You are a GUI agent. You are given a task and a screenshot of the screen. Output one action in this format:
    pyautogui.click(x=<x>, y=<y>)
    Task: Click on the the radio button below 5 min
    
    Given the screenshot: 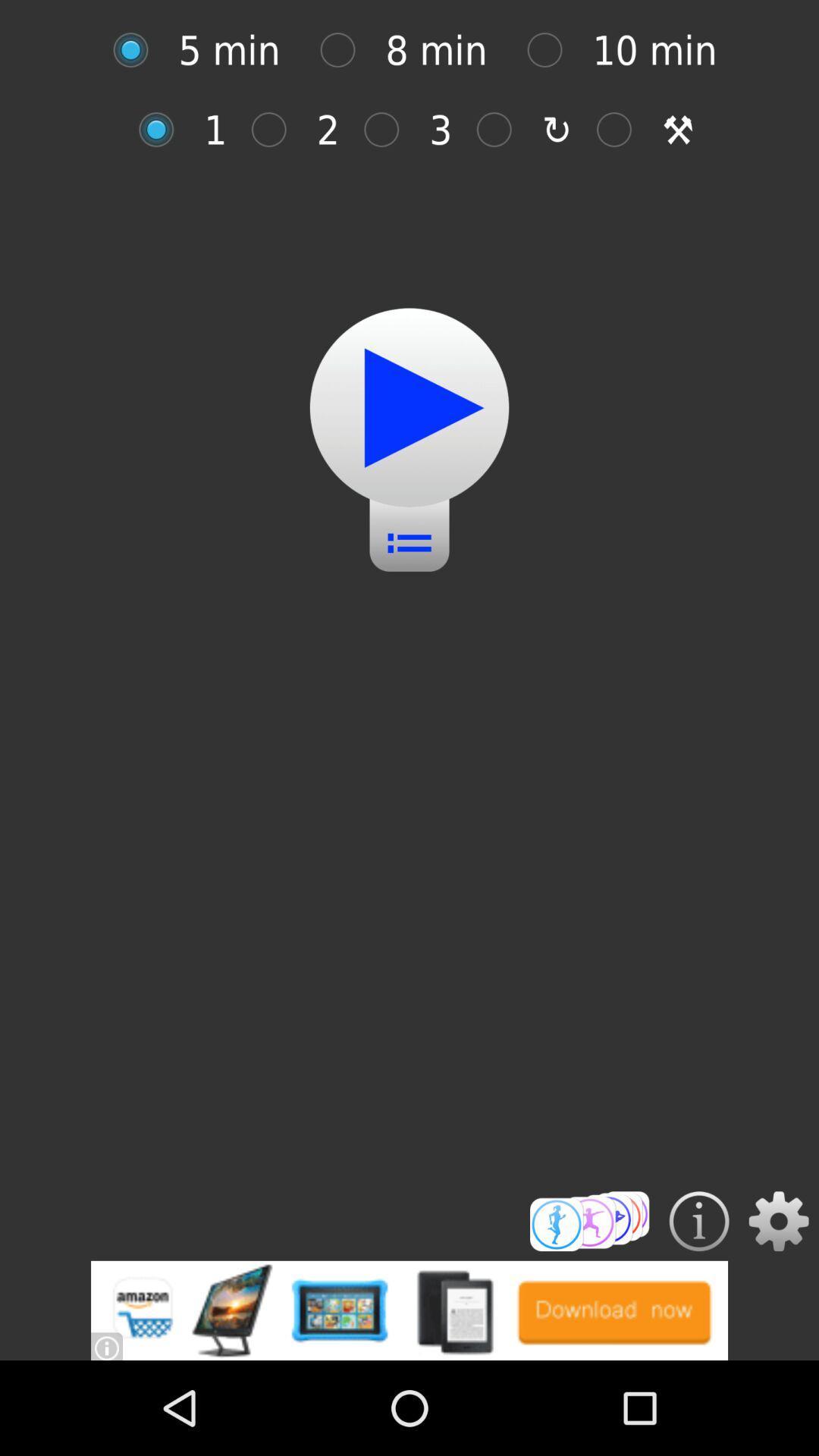 What is the action you would take?
    pyautogui.click(x=164, y=130)
    